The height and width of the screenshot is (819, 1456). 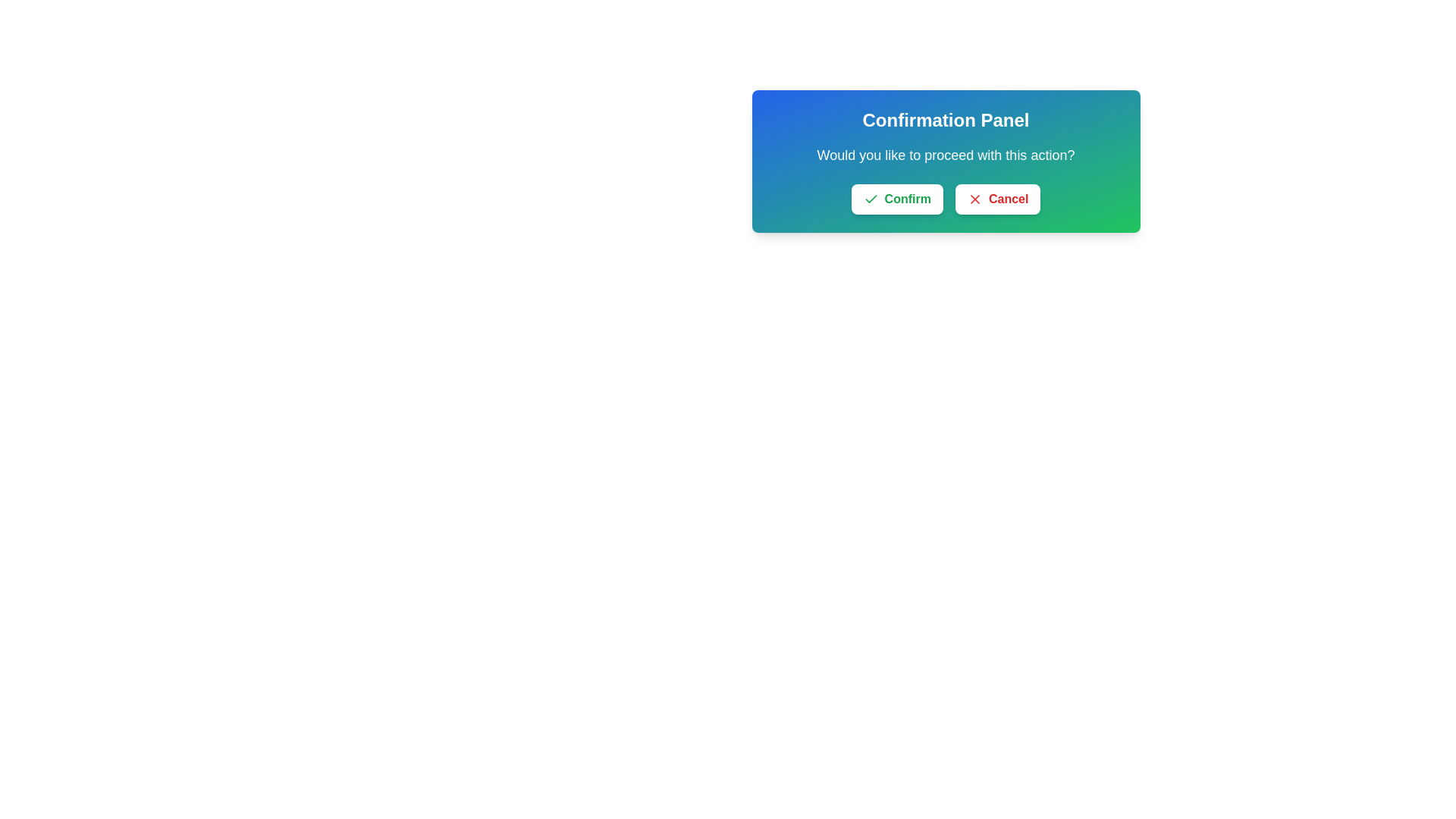 I want to click on text label that serves as the title of the confirmation dialog, positioned at the top of the dialog interface, so click(x=945, y=119).